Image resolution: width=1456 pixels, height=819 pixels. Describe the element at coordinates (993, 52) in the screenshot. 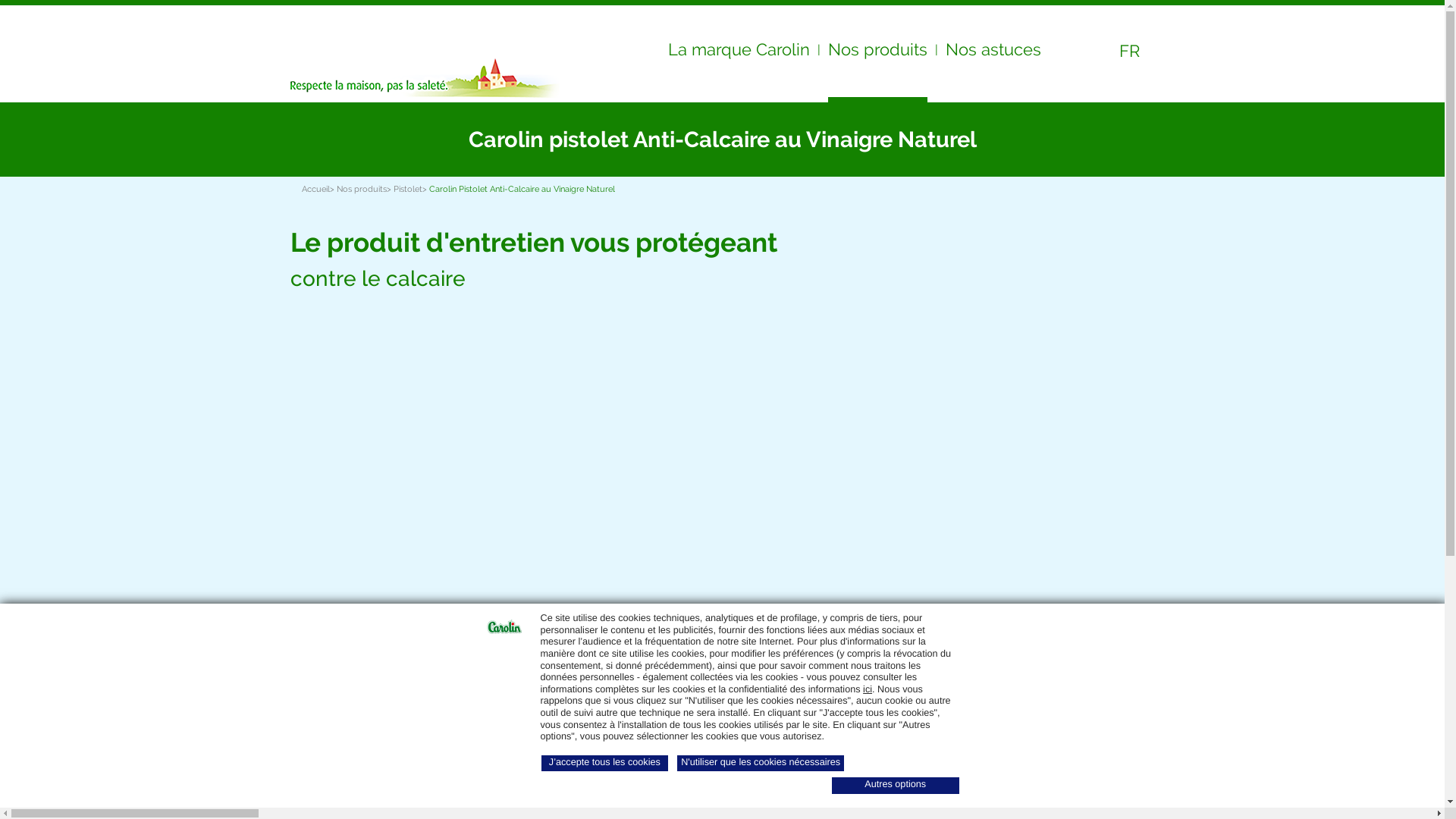

I see `'Nos astuces'` at that location.